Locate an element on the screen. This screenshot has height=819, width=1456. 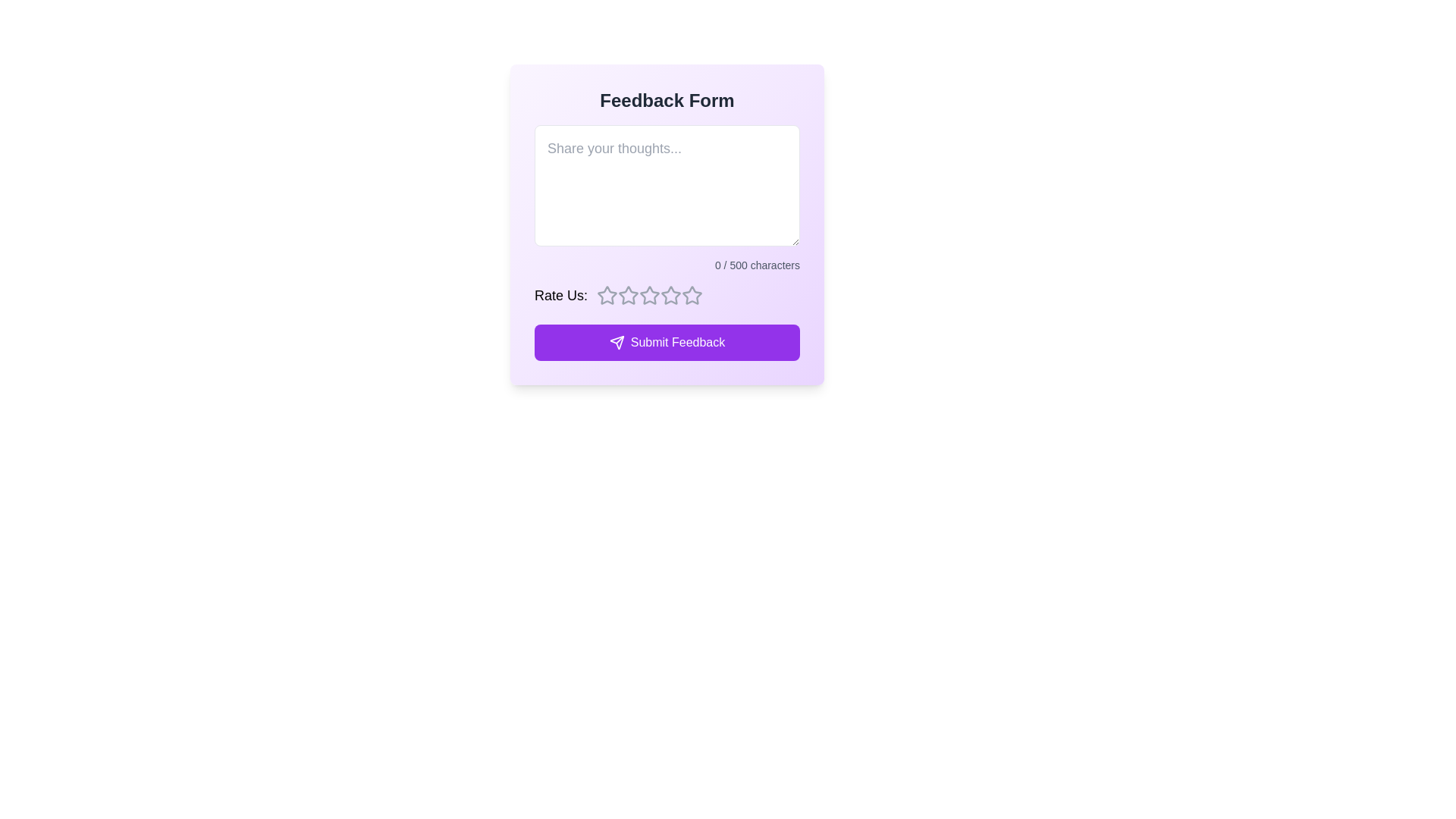
the fifth star in the rating system is located at coordinates (691, 295).